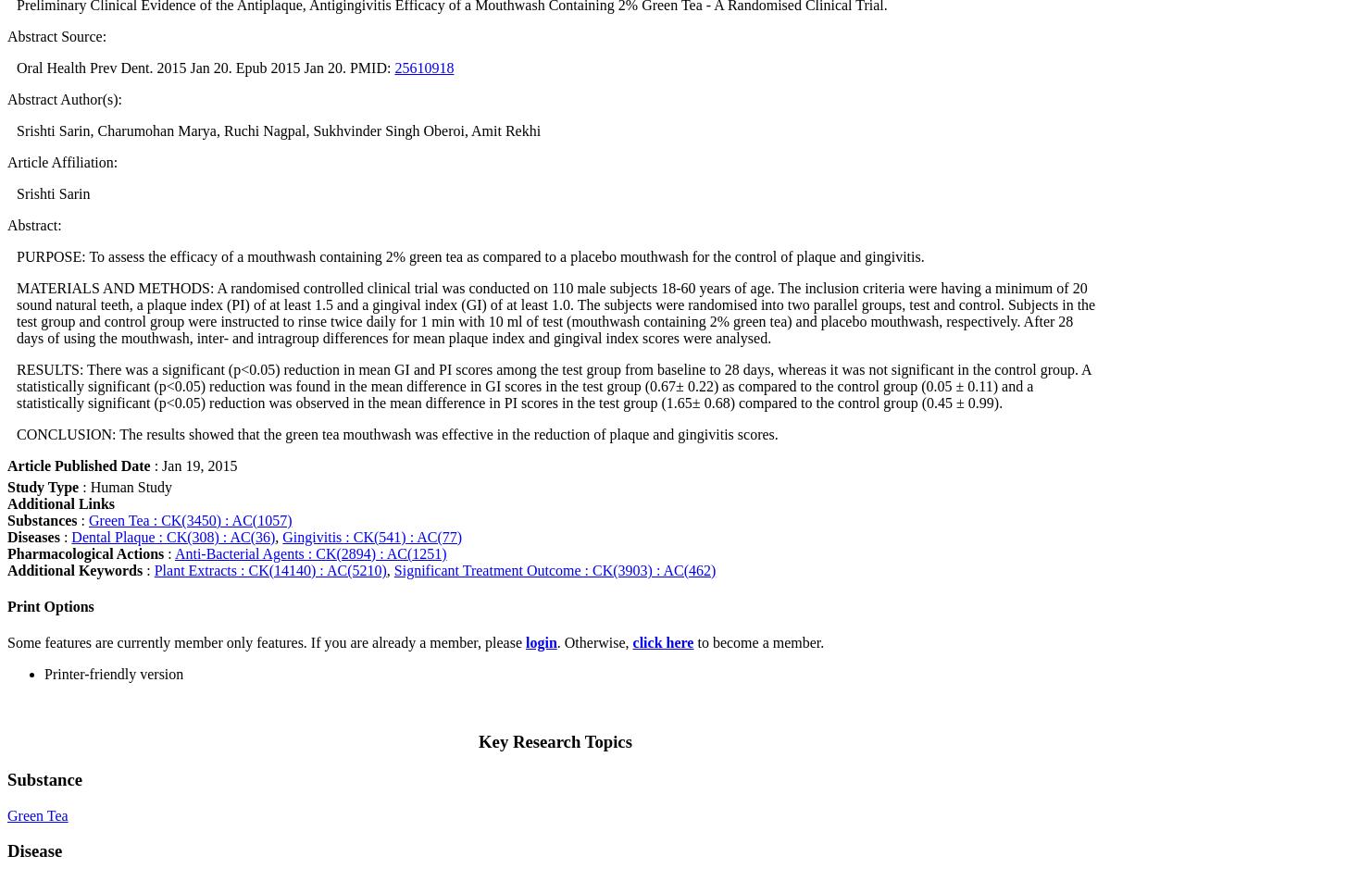 The height and width of the screenshot is (881, 1372). Describe the element at coordinates (7, 850) in the screenshot. I see `'Disease'` at that location.